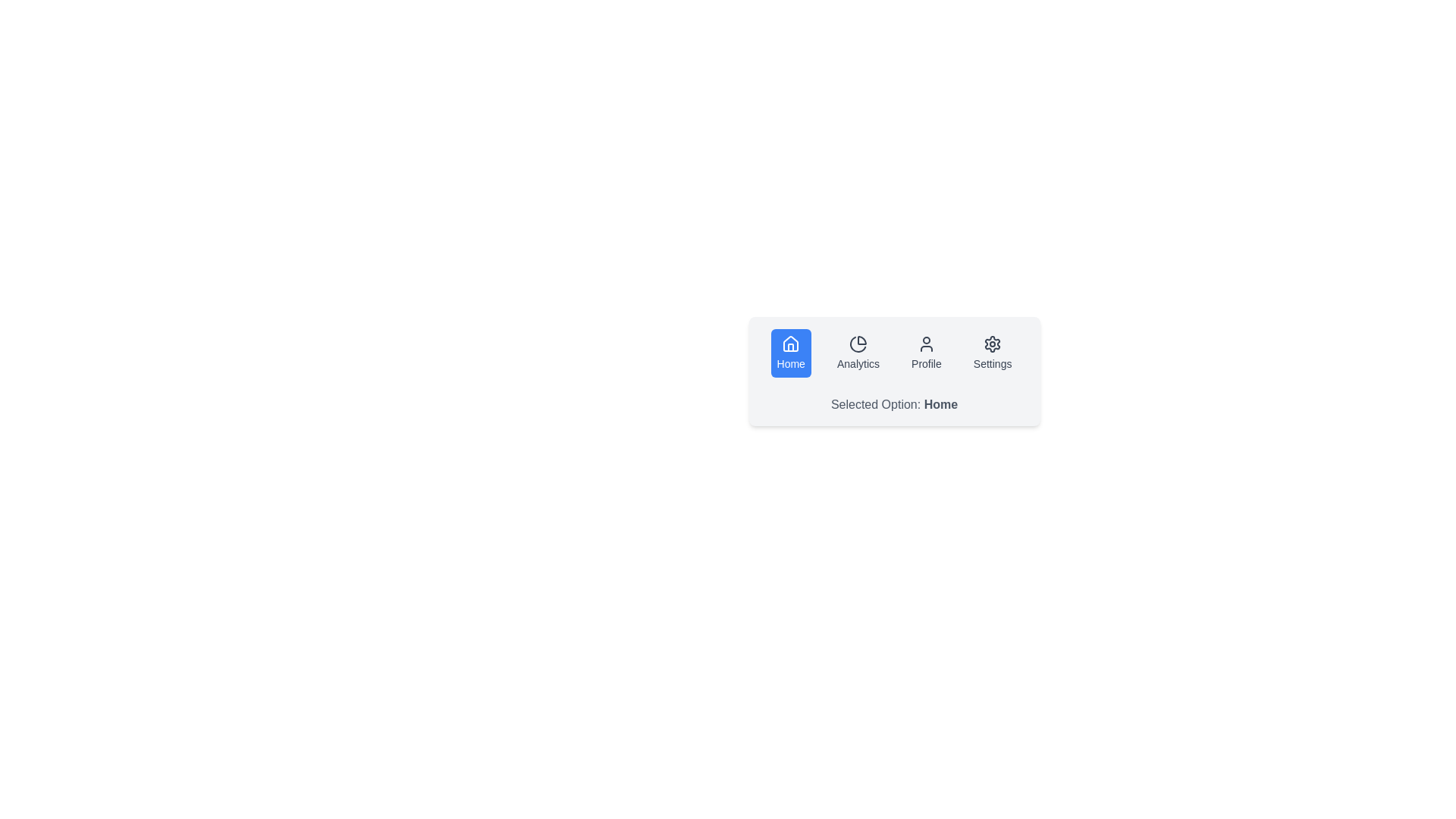 This screenshot has width=1456, height=819. I want to click on the static text label that displays 'Home', which is part of the sentence 'Selected Option: Home' located below a row of icons and labels, so click(940, 403).